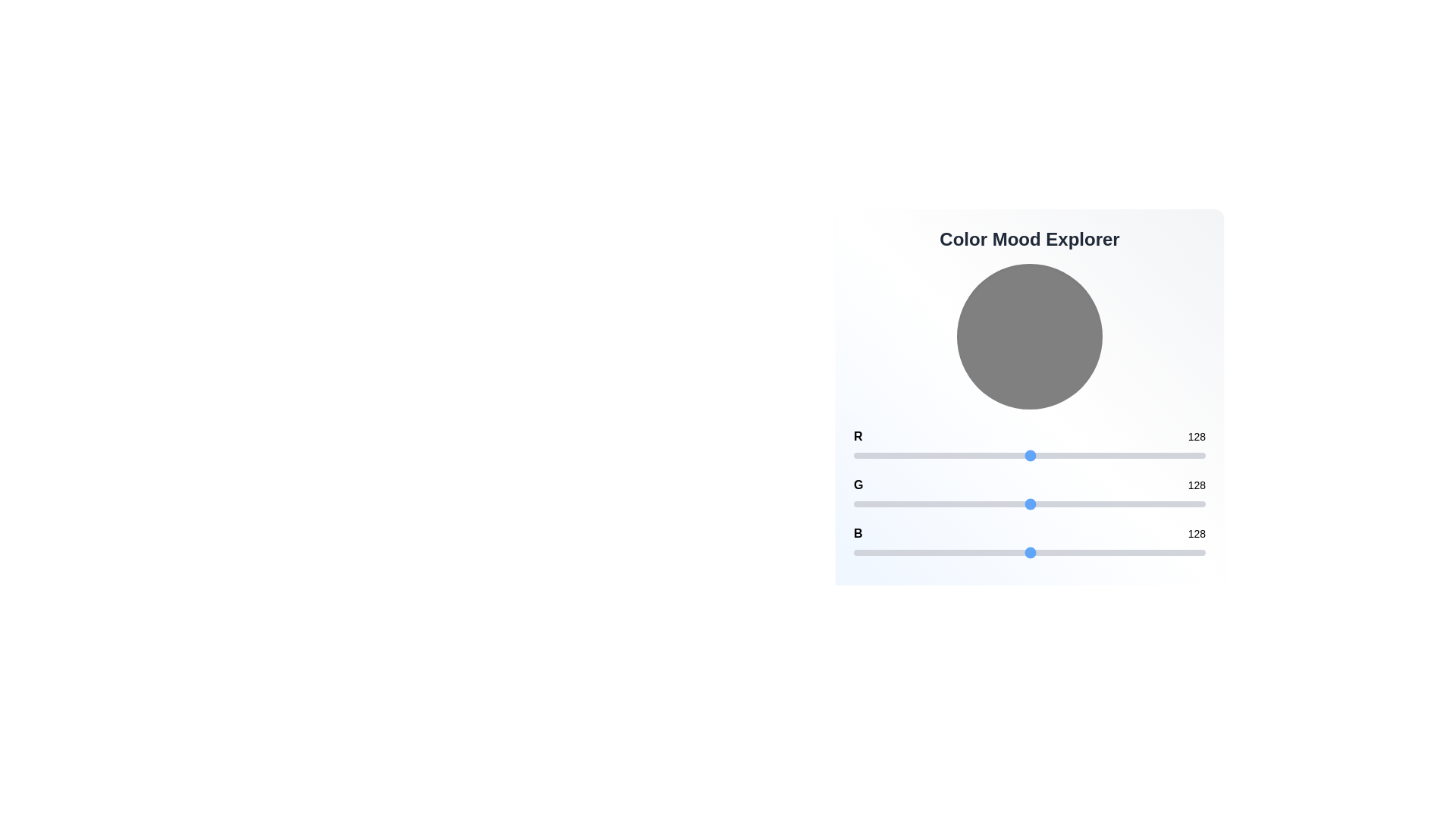  I want to click on the blue channel slider to set the value to 96, so click(986, 553).